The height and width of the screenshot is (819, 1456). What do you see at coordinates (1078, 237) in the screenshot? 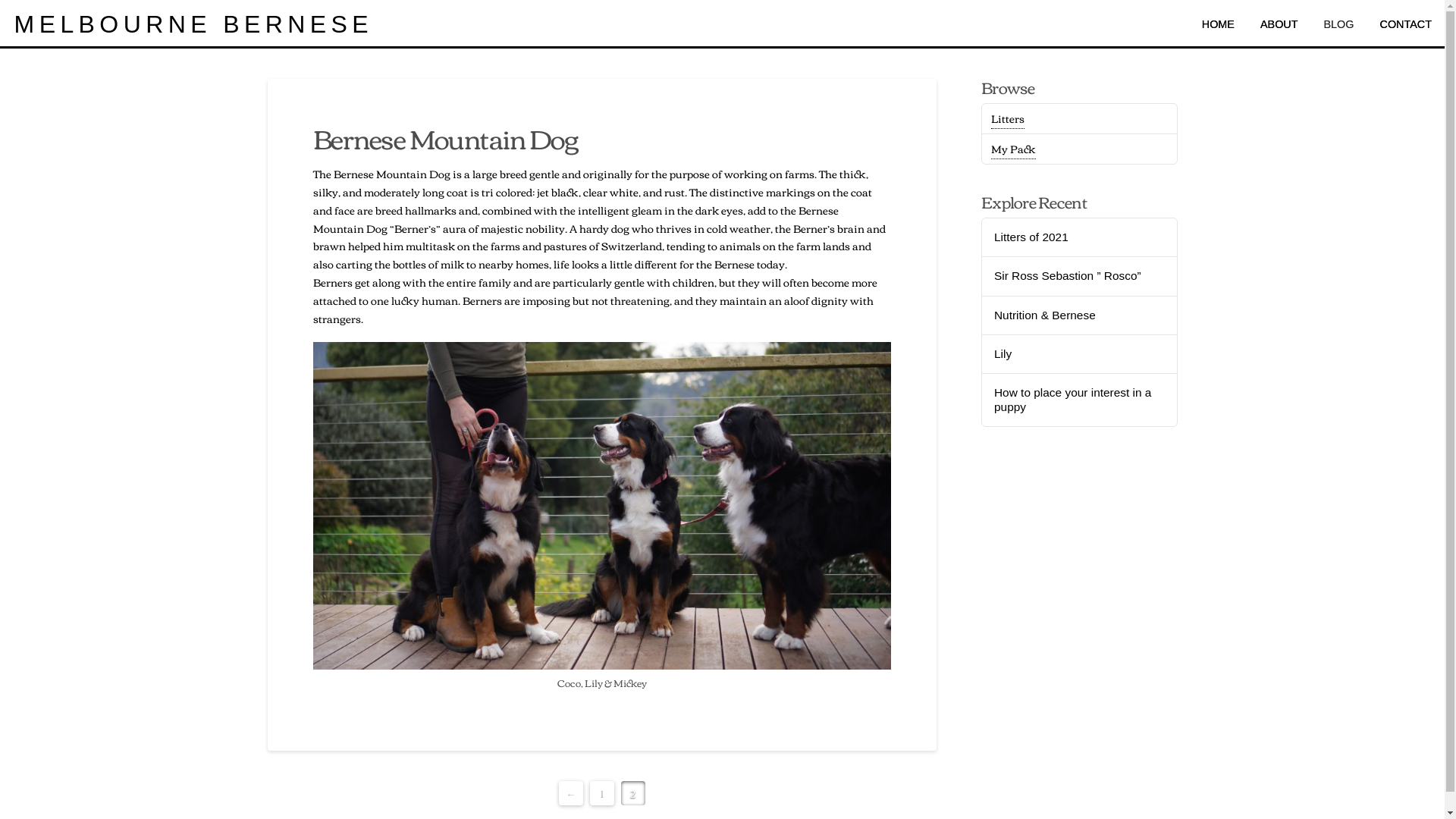
I see `'Litters of 2021'` at bounding box center [1078, 237].